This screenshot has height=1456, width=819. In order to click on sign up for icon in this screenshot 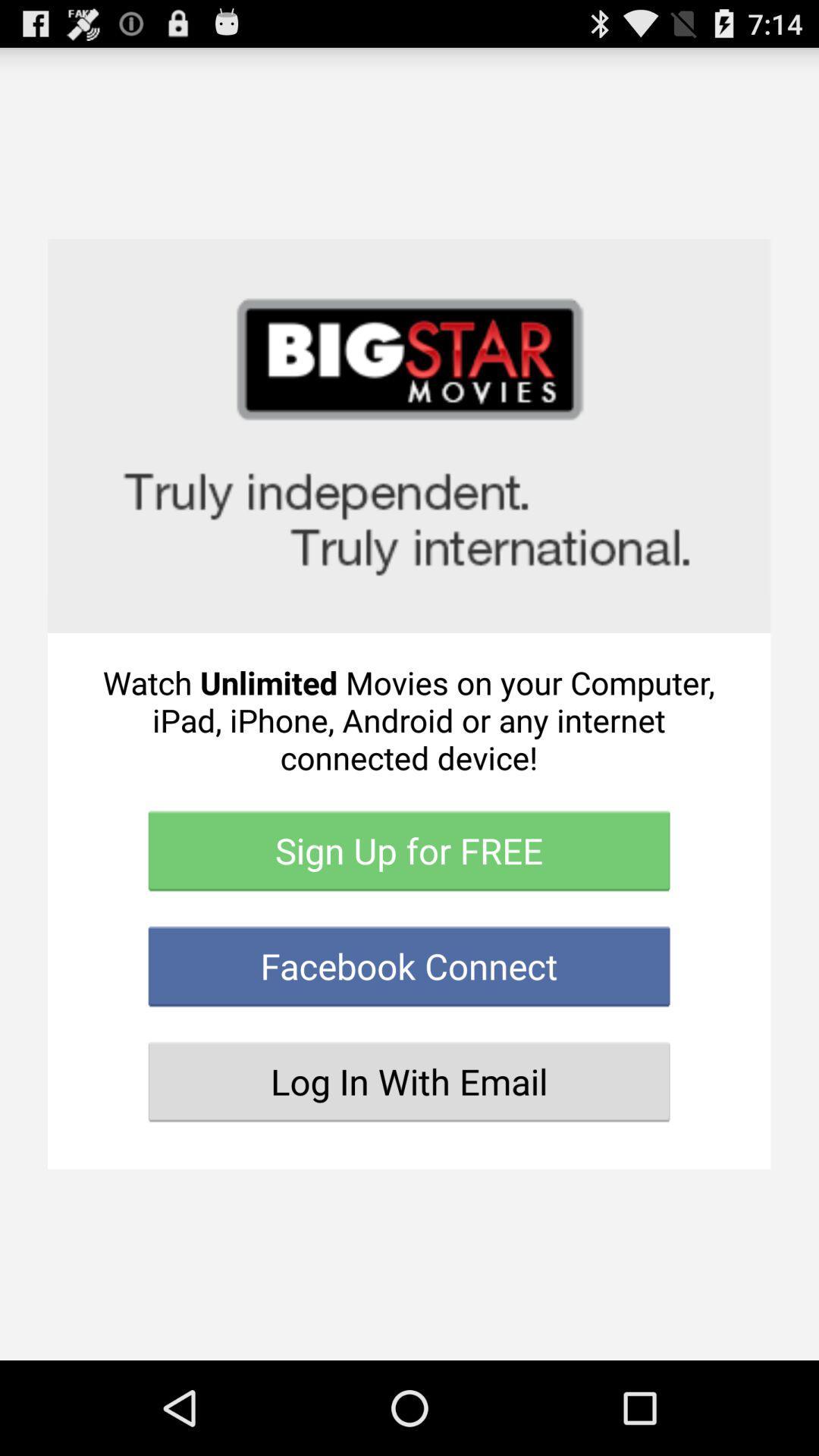, I will do `click(408, 851)`.